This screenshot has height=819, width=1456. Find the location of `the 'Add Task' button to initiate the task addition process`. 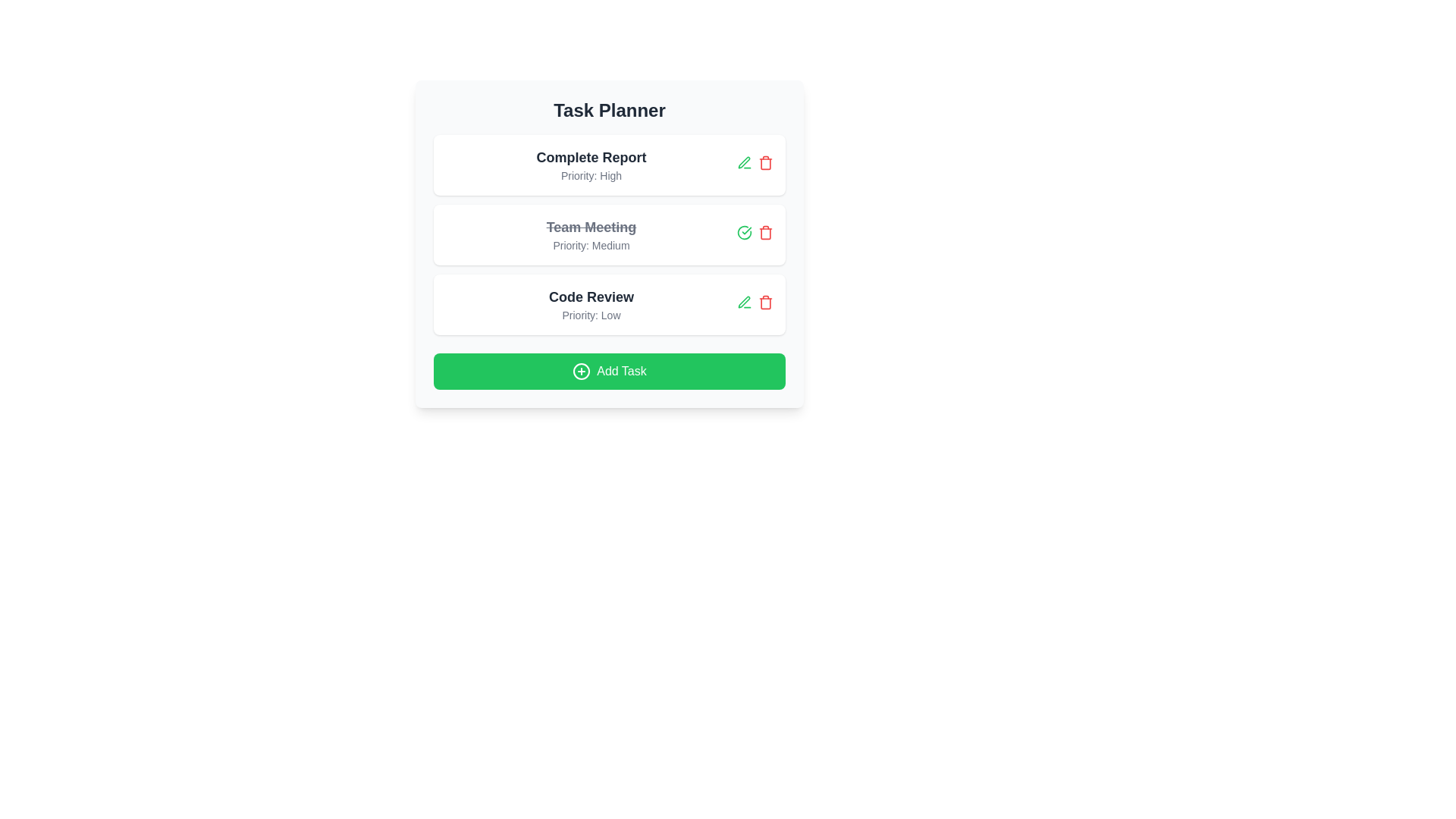

the 'Add Task' button to initiate the task addition process is located at coordinates (610, 371).